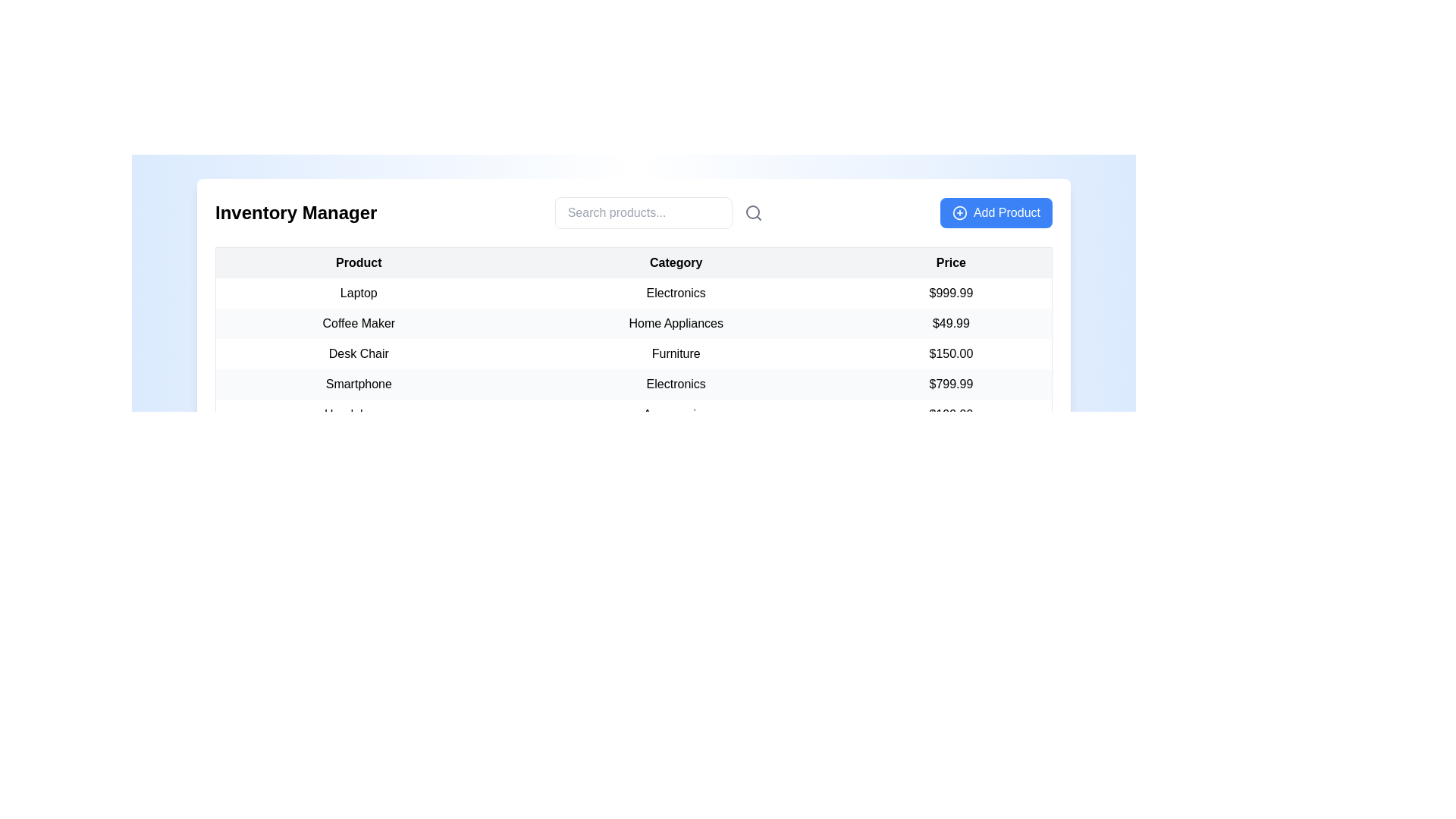 This screenshot has height=819, width=1456. I want to click on the Text header for the column that categorizes items listed below in the table, positioned between the 'Product' and 'Price' headers, so click(675, 262).